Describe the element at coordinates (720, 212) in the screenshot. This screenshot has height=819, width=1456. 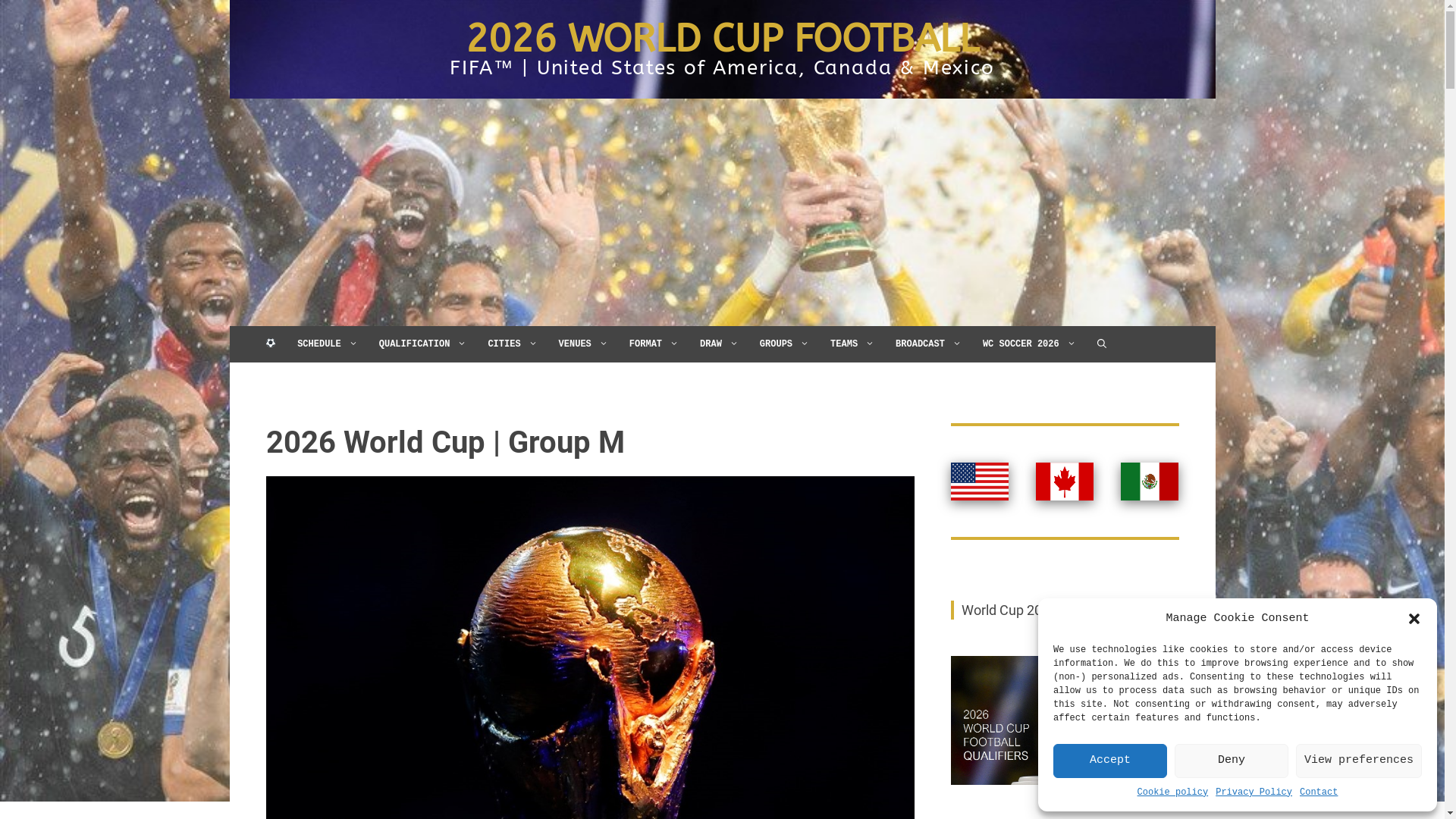
I see `'Advertisement'` at that location.